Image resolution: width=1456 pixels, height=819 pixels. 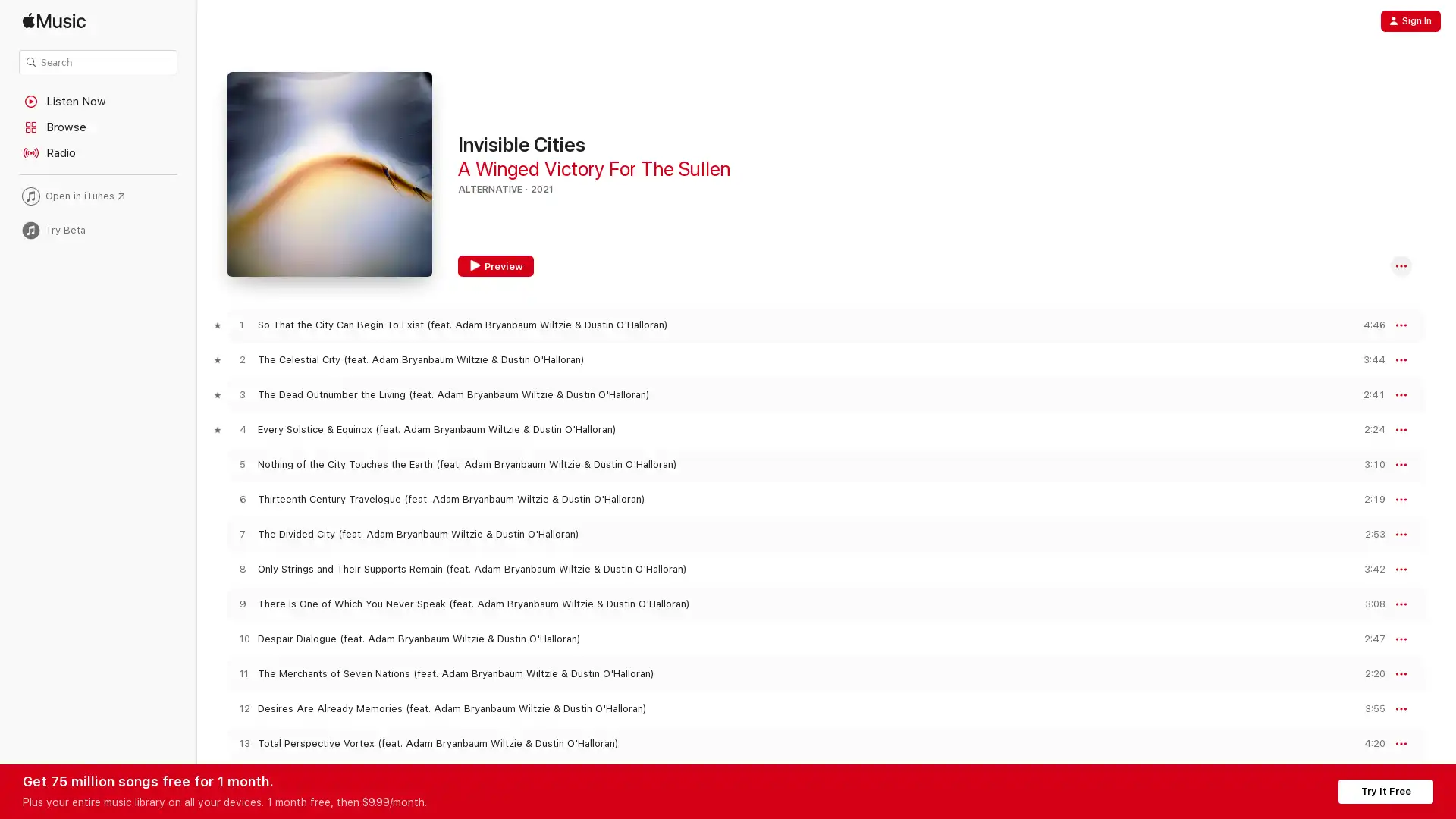 I want to click on Preview, so click(x=1368, y=569).